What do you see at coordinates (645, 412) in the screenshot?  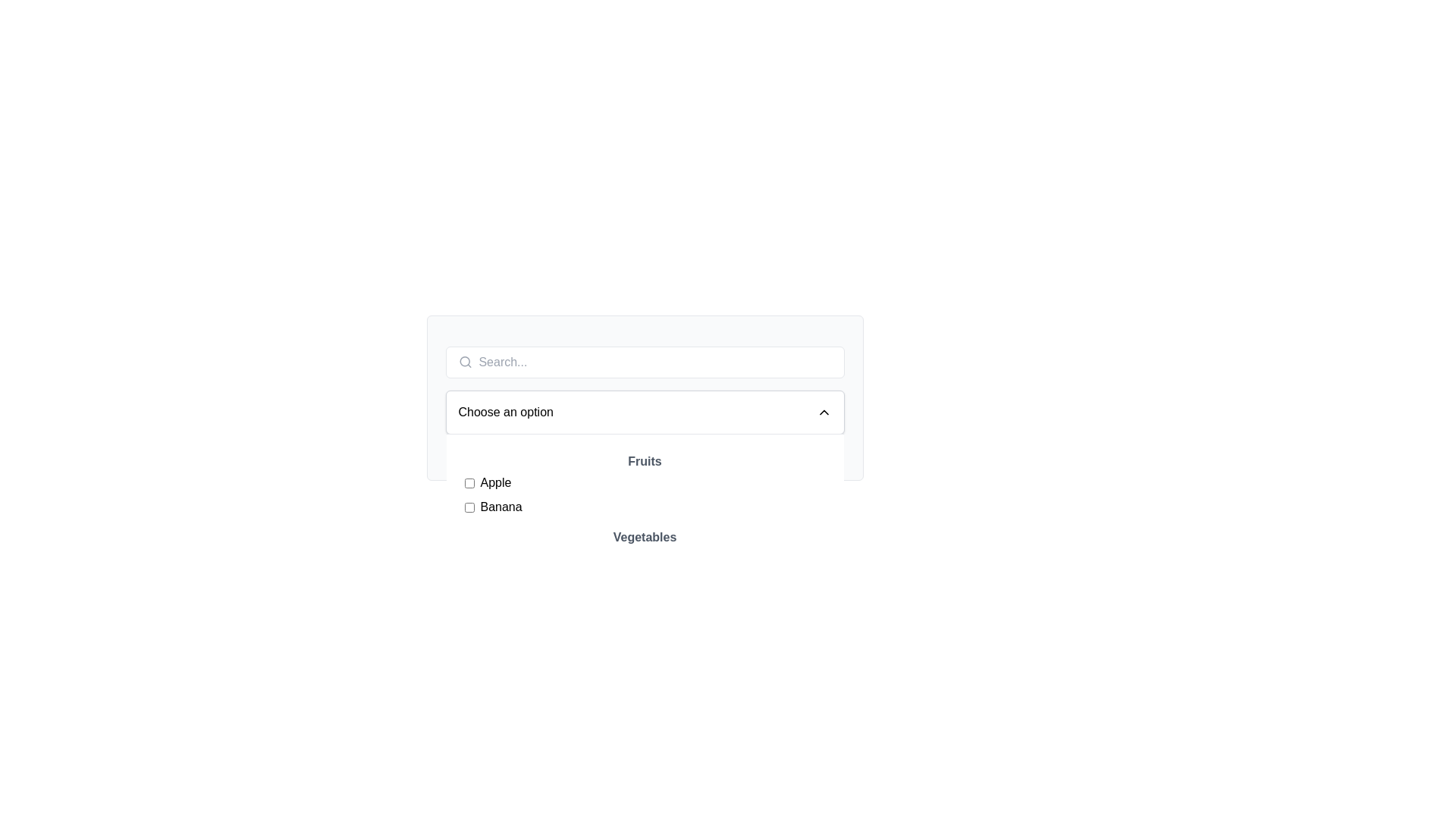 I see `the dropdown menu that has a white background and contains the text 'Choose an option' with a downward-pointing arrow icon` at bounding box center [645, 412].